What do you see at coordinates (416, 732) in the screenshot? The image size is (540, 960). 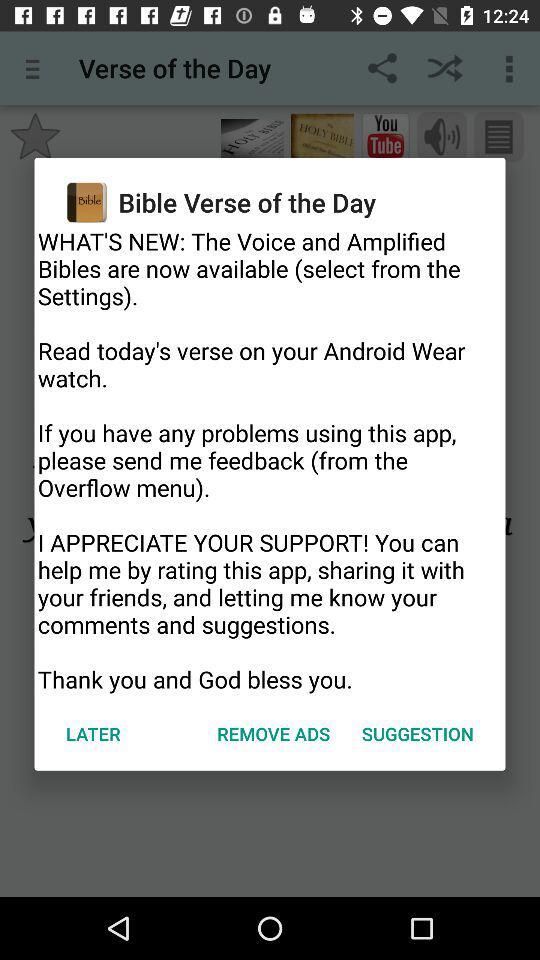 I see `icon to the right of the remove ads` at bounding box center [416, 732].